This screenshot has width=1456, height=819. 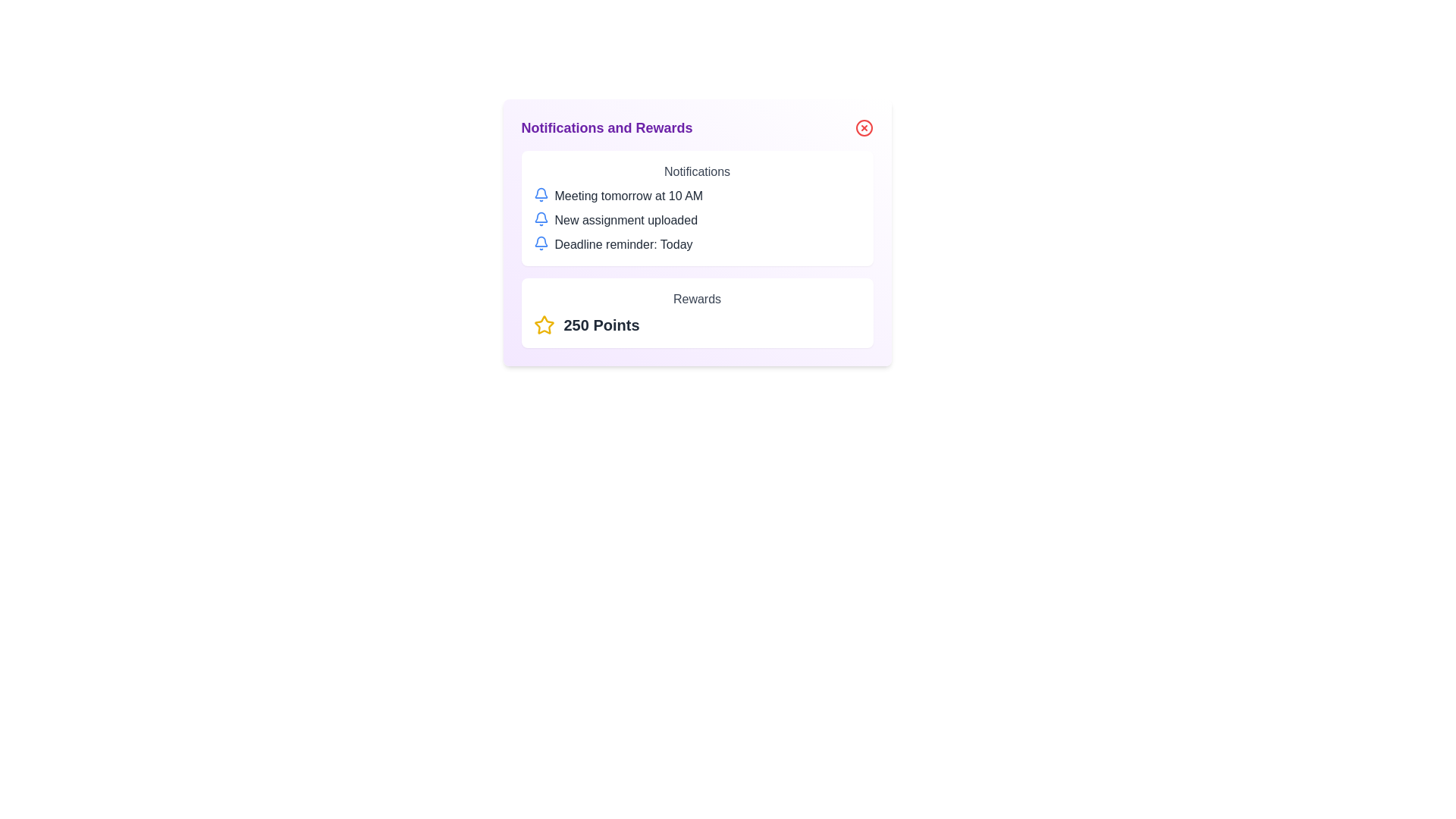 What do you see at coordinates (864, 127) in the screenshot?
I see `the decorative black dot of the close button located in the top-right corner of the Notifications and Rewards panel` at bounding box center [864, 127].